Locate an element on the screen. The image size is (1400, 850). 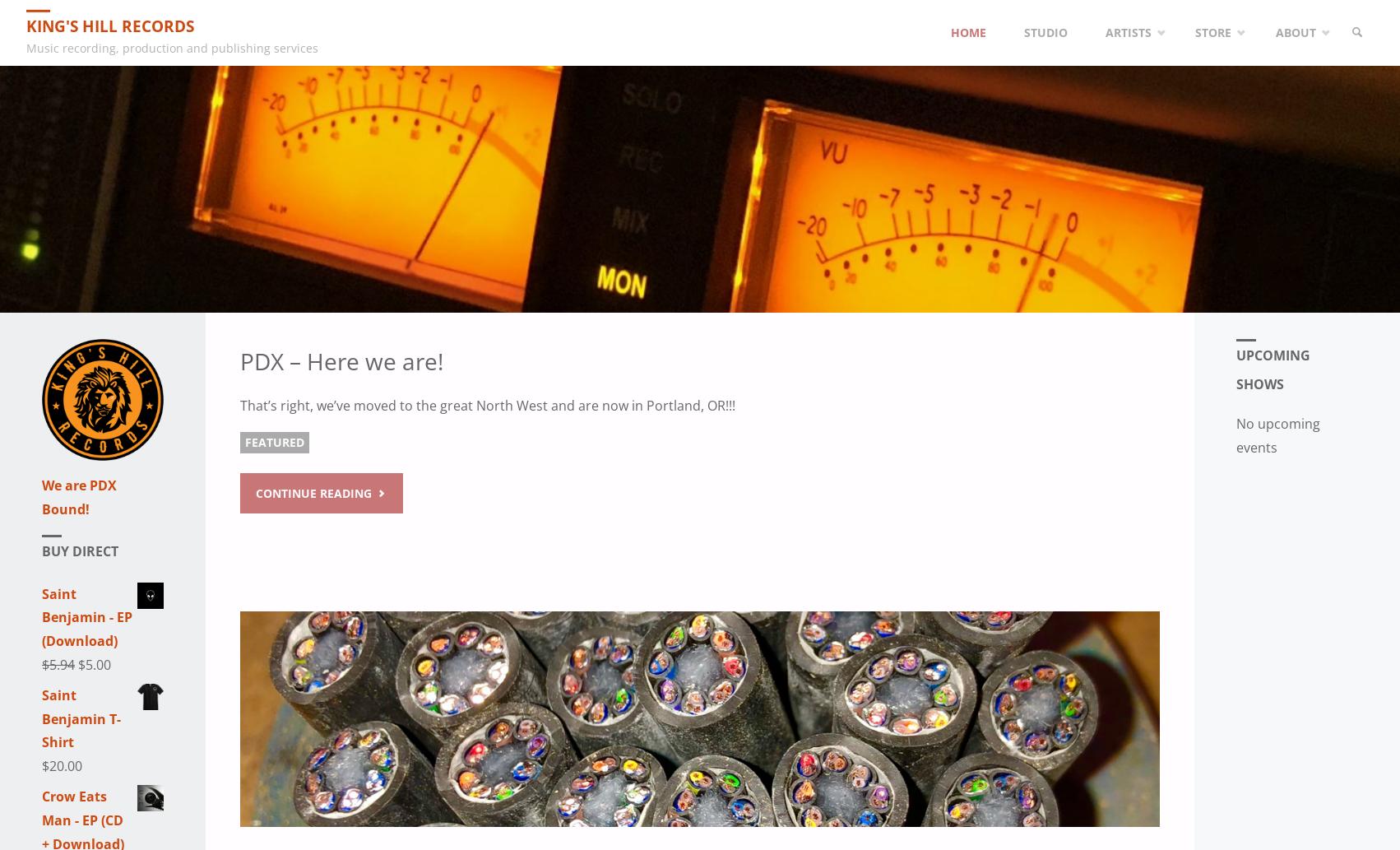
'PDX – Here we are!' is located at coordinates (341, 361).